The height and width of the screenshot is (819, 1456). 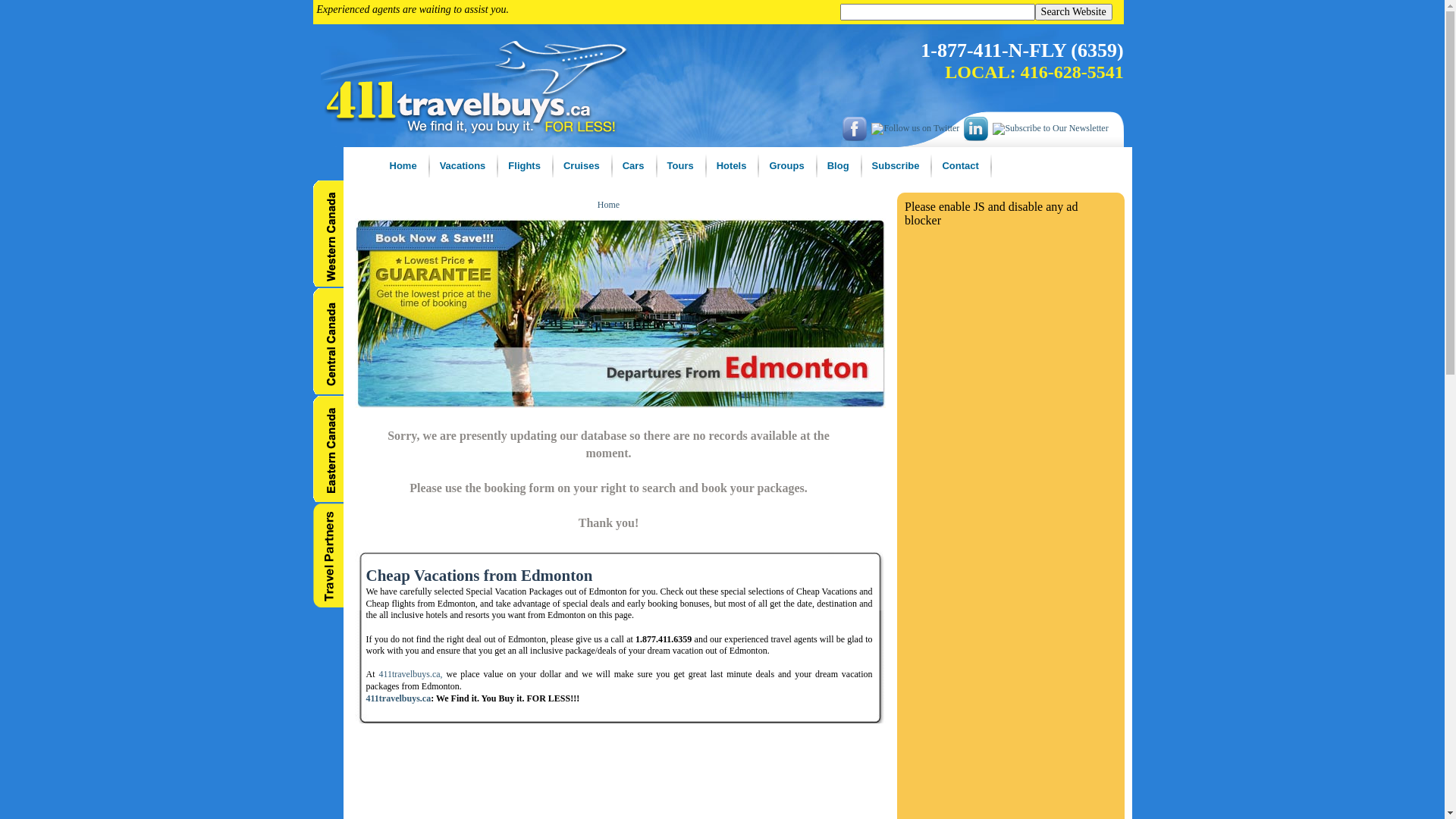 I want to click on 'Groups', so click(x=786, y=166).